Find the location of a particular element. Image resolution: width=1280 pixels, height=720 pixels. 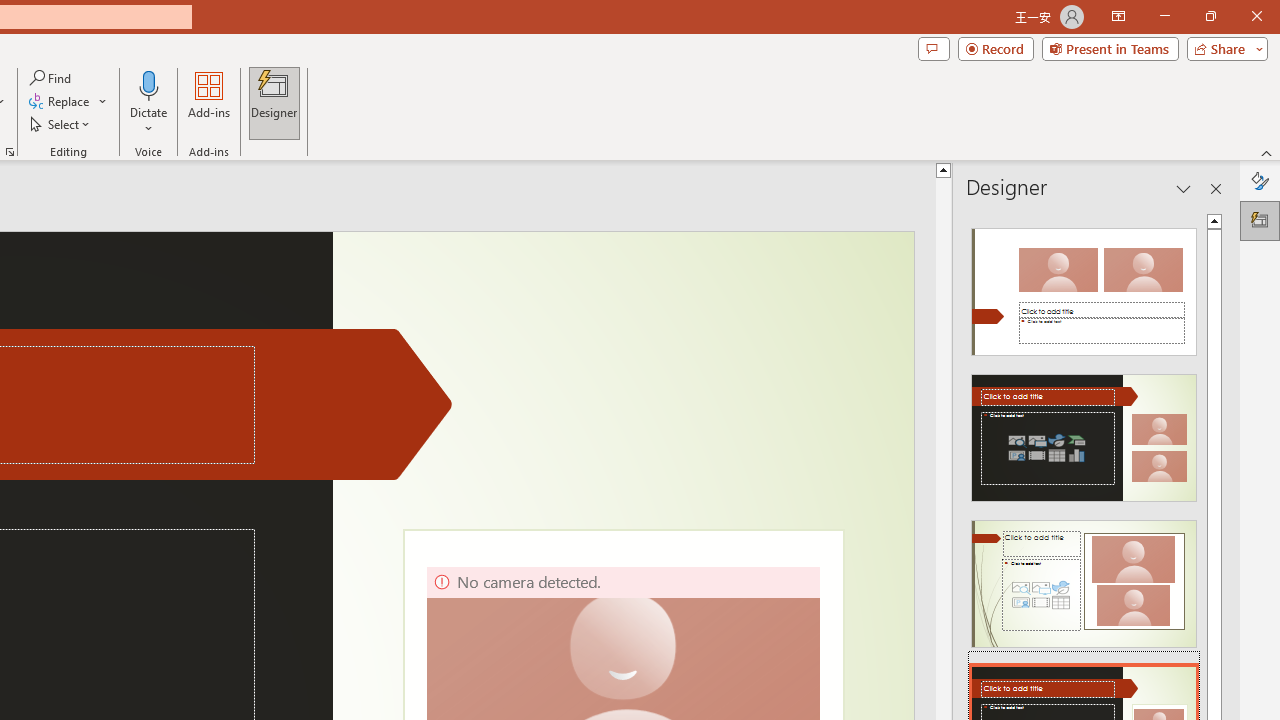

'Dictate' is located at coordinates (148, 84).